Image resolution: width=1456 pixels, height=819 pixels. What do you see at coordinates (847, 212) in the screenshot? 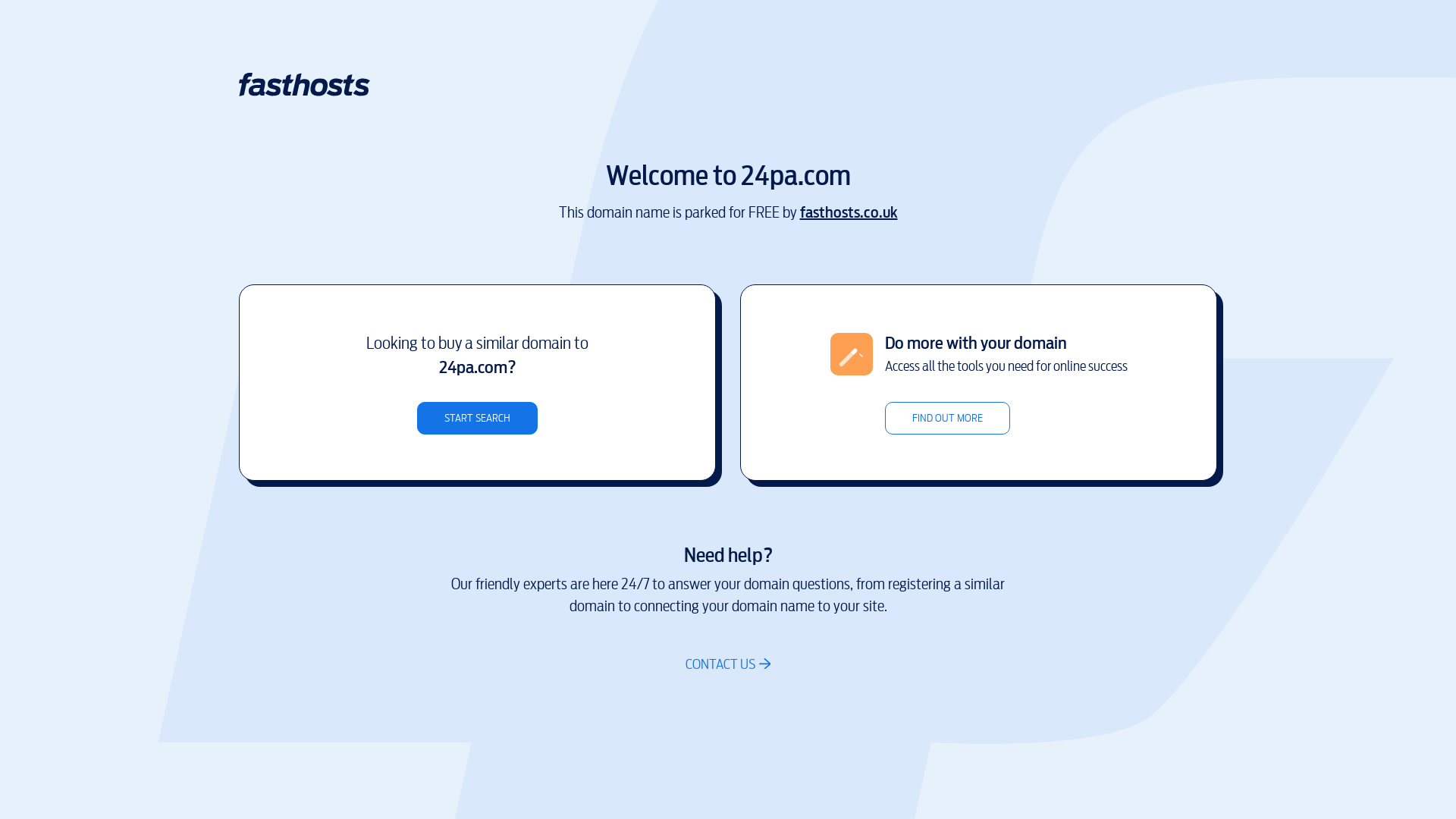
I see `'fasthosts.co.uk'` at bounding box center [847, 212].